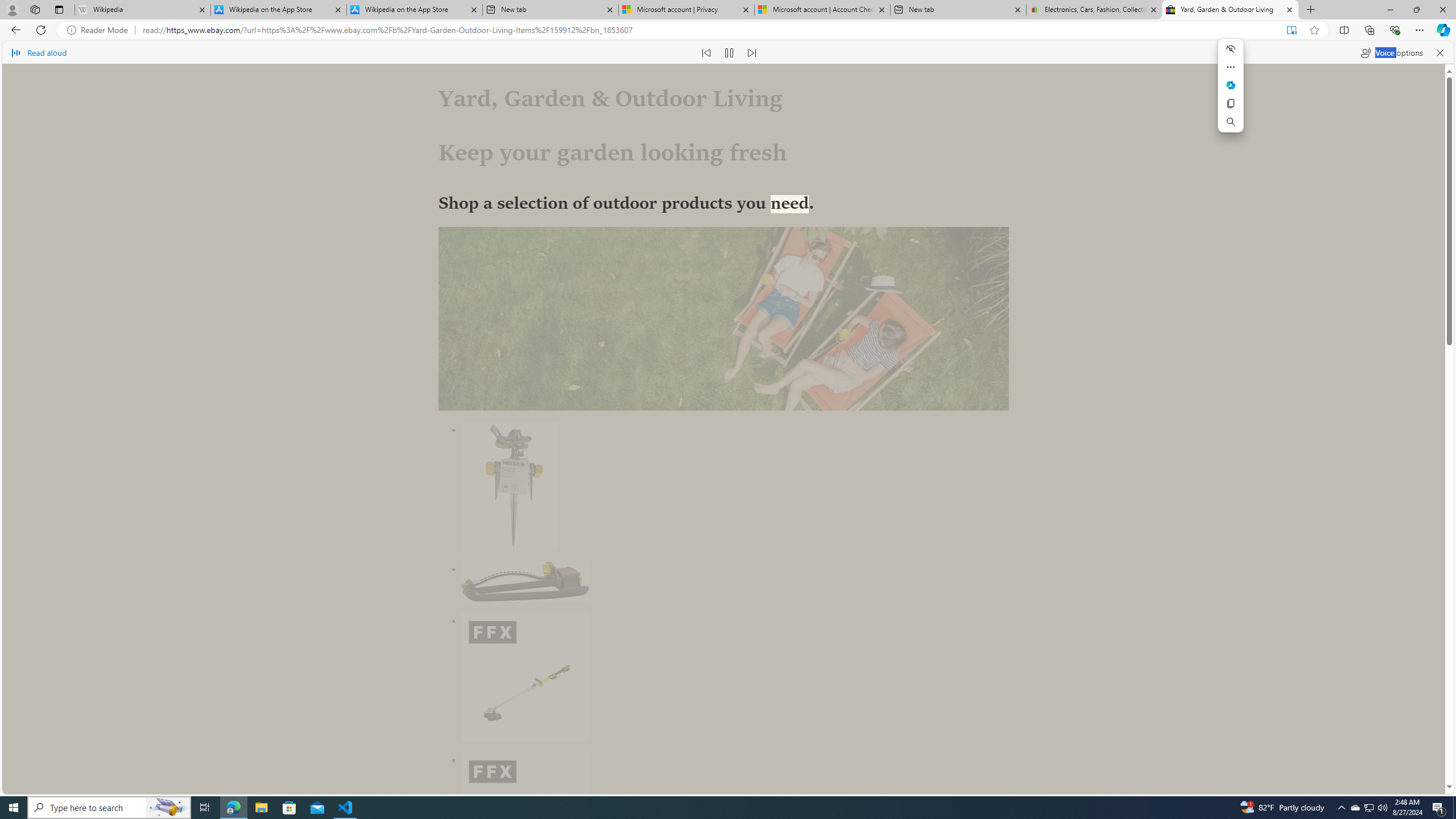 This screenshot has width=1456, height=819. I want to click on 'Reader Mode', so click(100, 30).